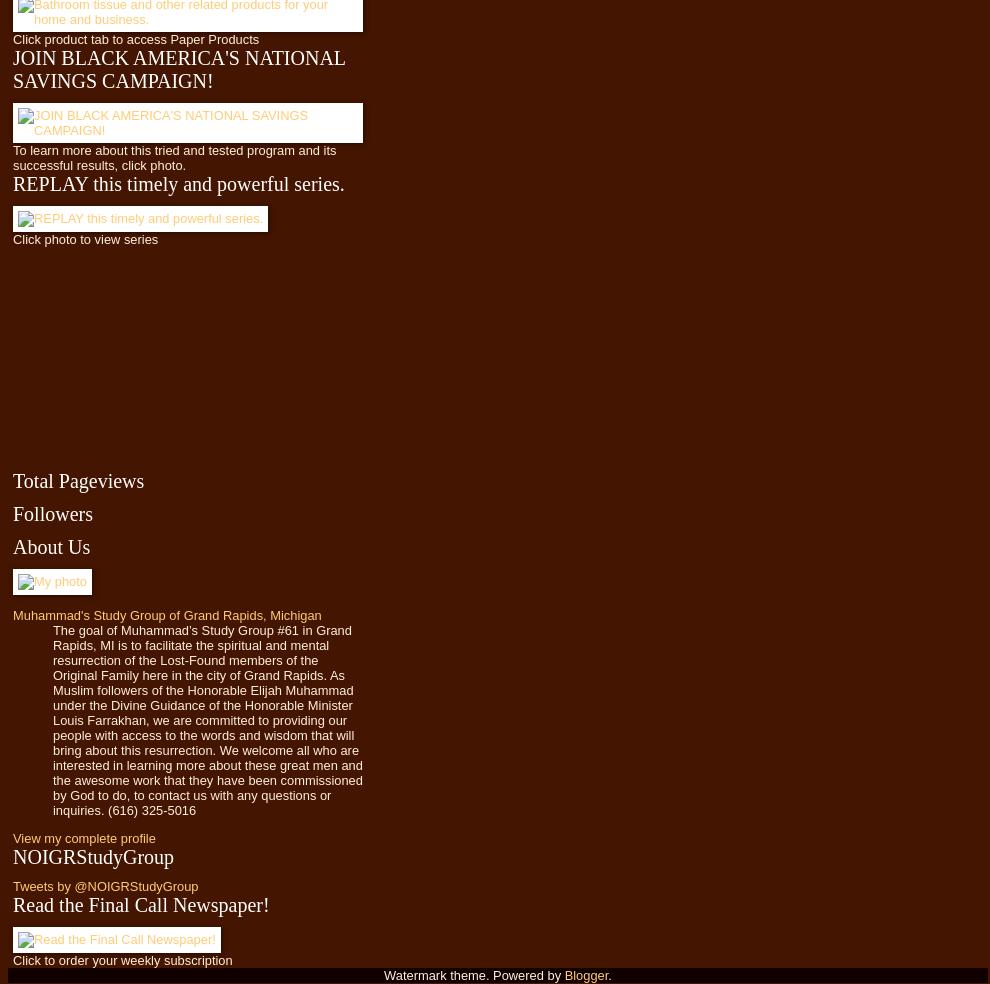 This screenshot has height=984, width=990. I want to click on 'Read the Final Call Newspaper!', so click(139, 904).